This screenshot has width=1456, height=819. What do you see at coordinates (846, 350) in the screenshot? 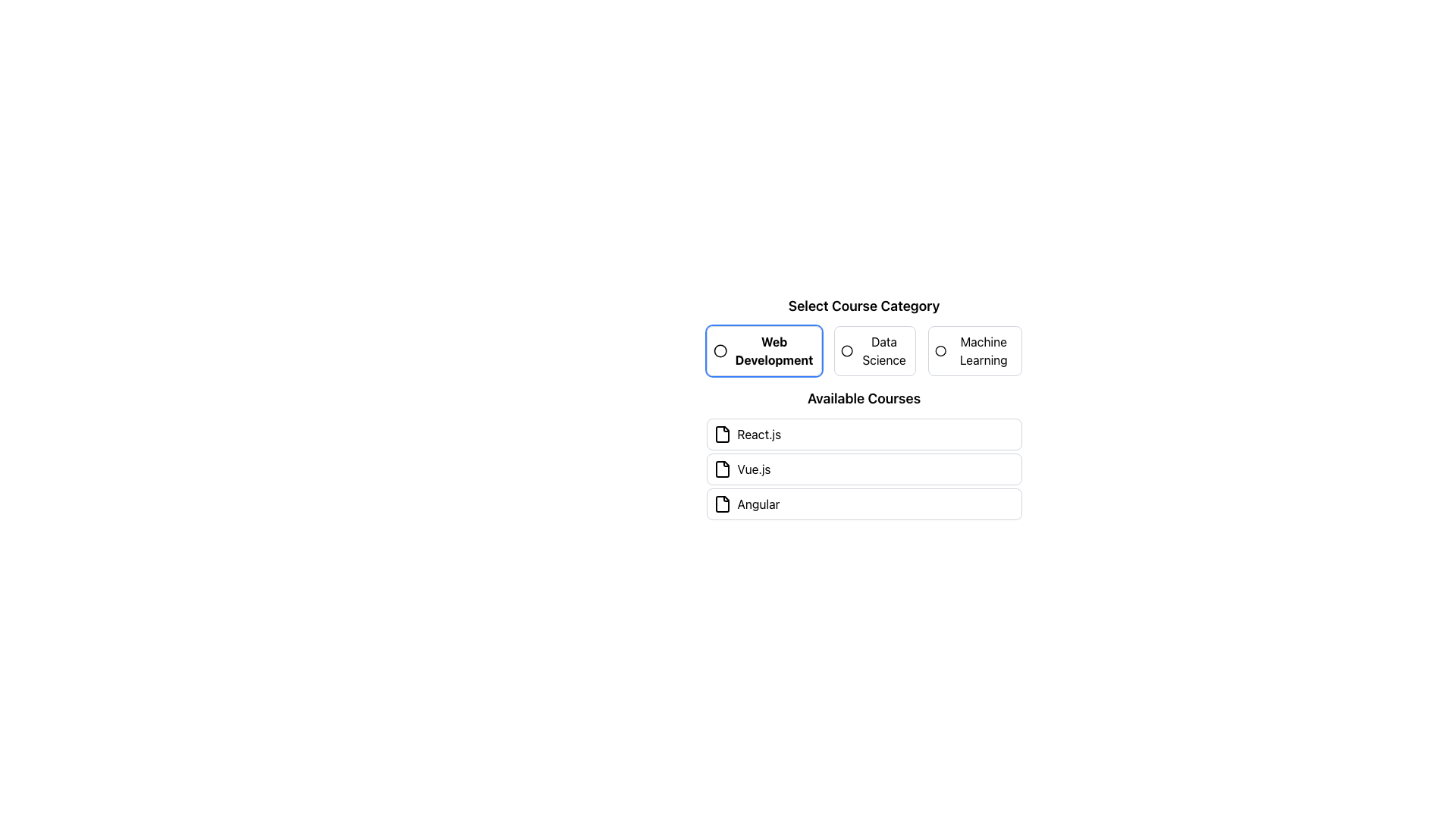
I see `the filled indicator circle representing the selection of the 'Data Science' category in the radio button group` at bounding box center [846, 350].